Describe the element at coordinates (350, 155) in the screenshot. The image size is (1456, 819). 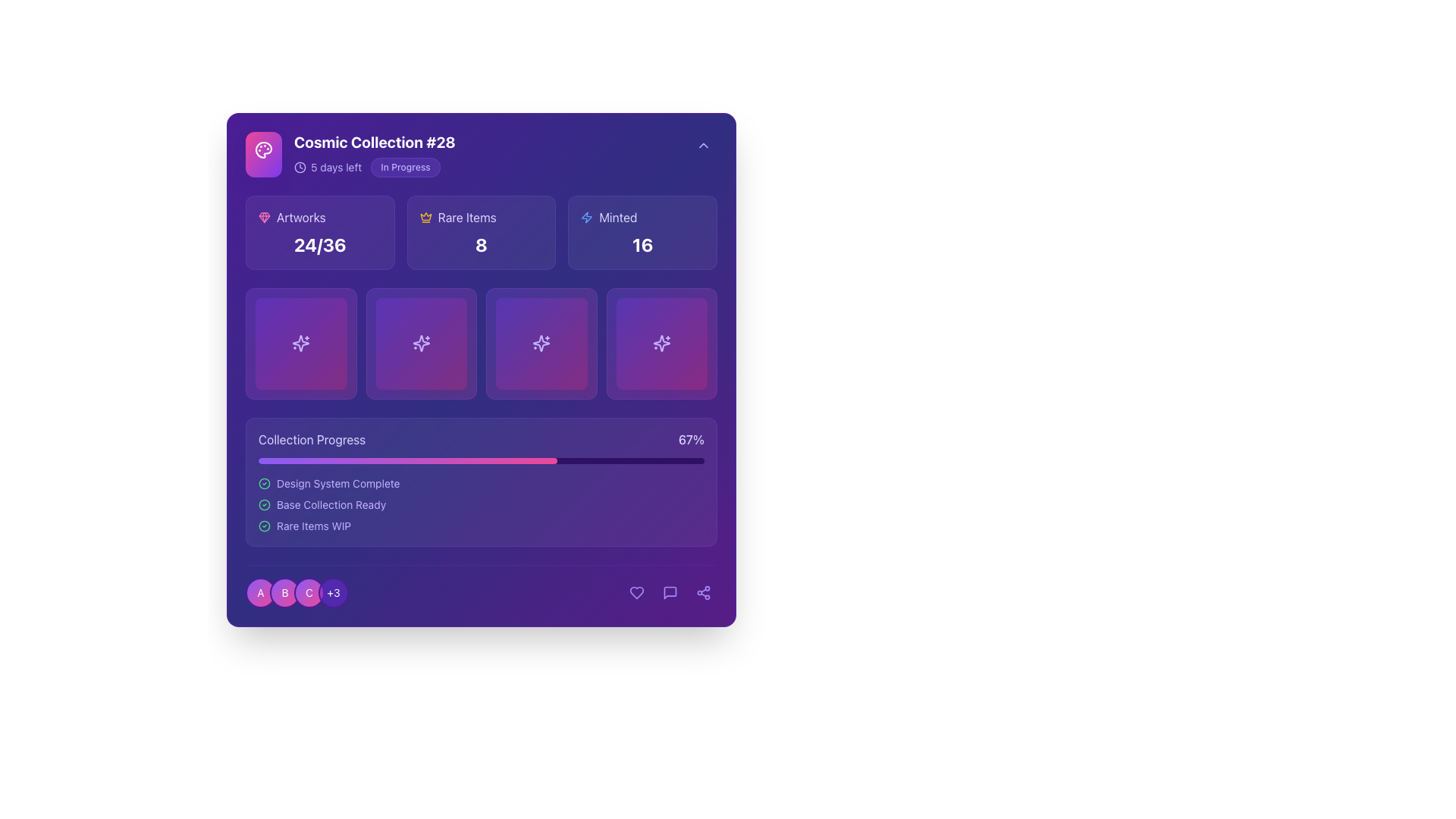
I see `the Composite card element displaying 'Cosmic Collection #28' with an 'In Progress' badge` at that location.